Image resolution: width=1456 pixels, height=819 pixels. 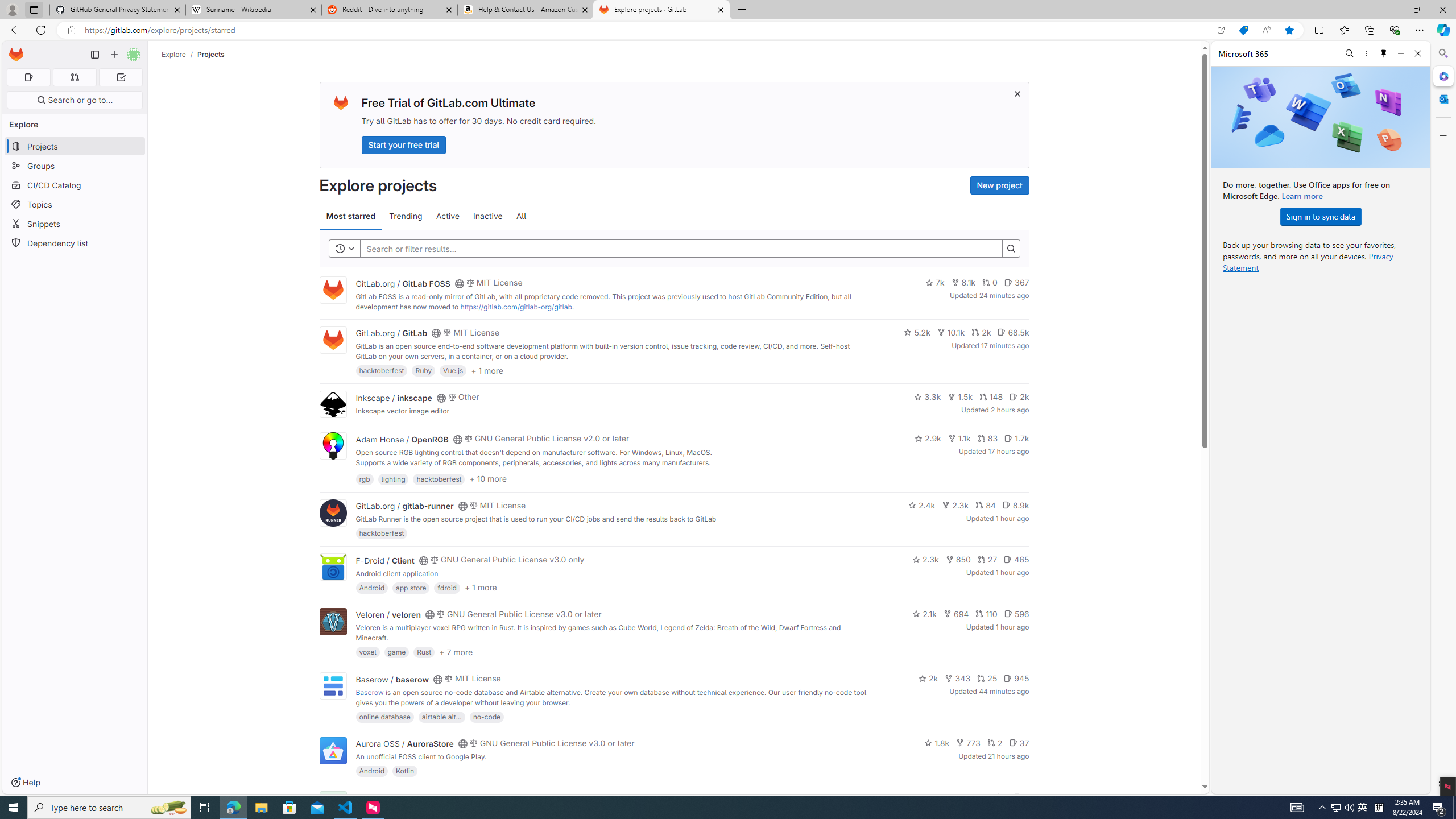 What do you see at coordinates (962, 283) in the screenshot?
I see `'8.1k'` at bounding box center [962, 283].